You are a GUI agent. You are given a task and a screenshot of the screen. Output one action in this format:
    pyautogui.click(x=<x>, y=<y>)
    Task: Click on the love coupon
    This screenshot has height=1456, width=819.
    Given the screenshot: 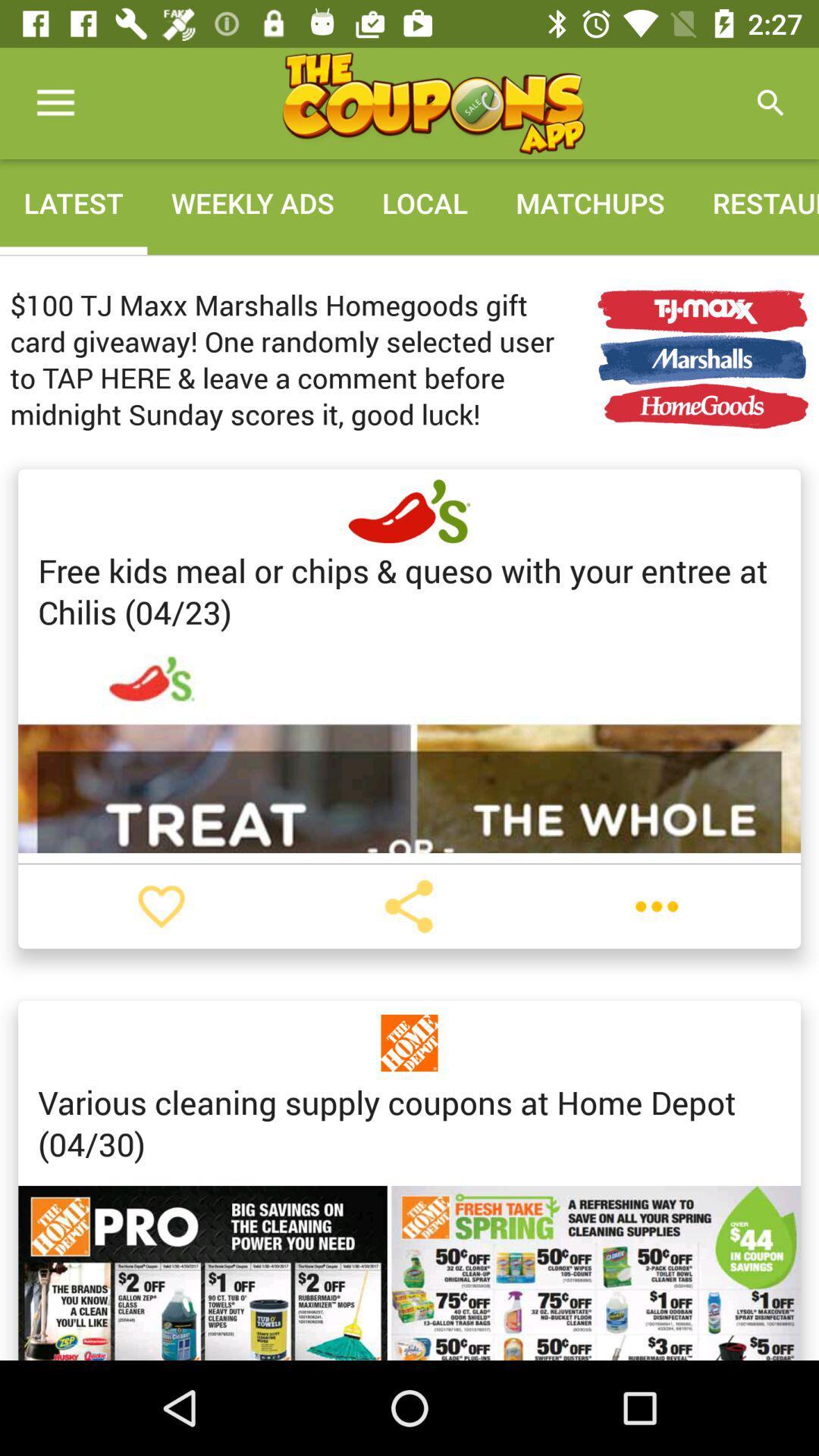 What is the action you would take?
    pyautogui.click(x=161, y=906)
    